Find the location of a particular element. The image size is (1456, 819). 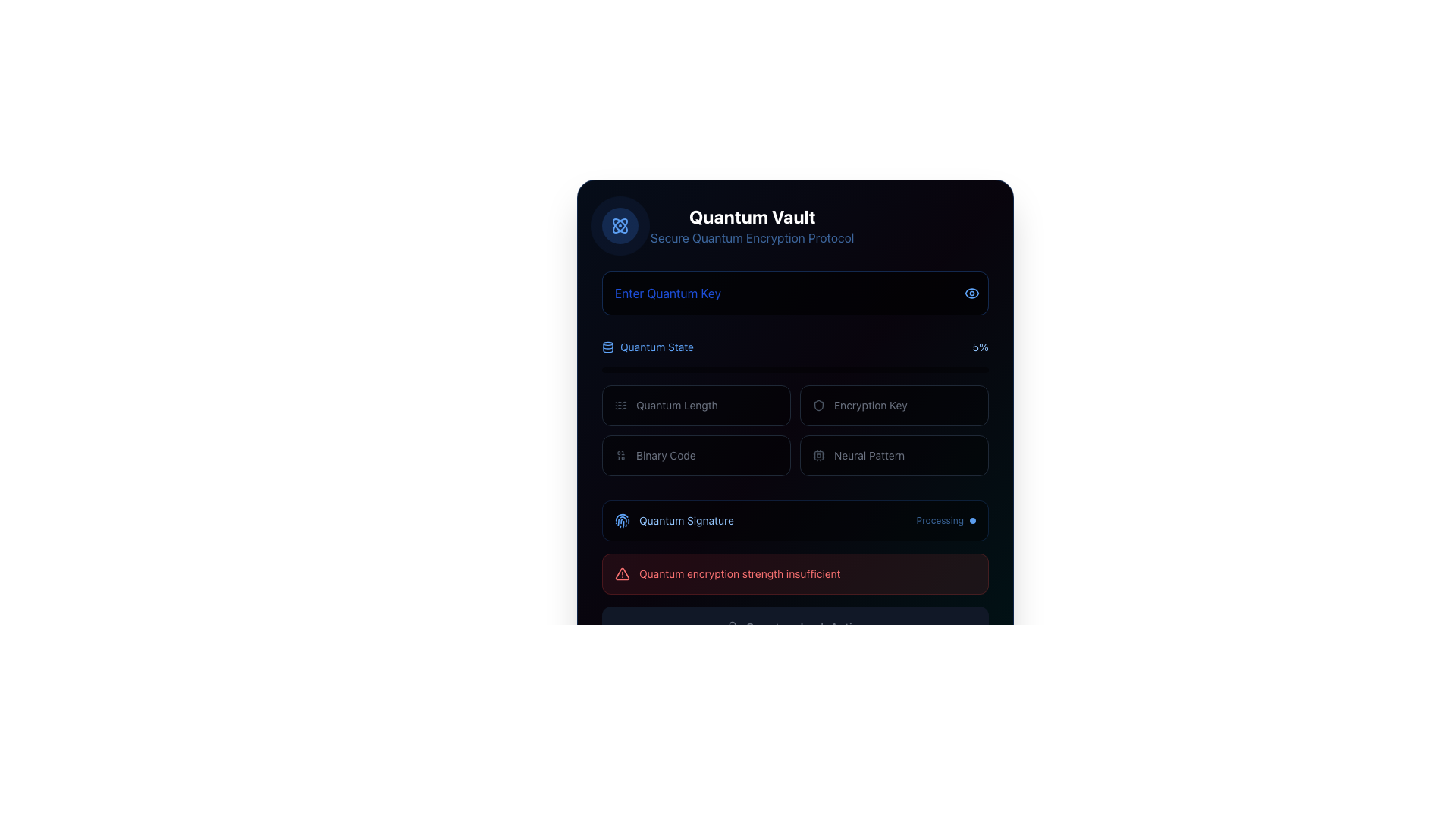

the SVG Shape element that is part of the Eye Icon, located adjacent to the input field labeled 'Enter Quantum Key' is located at coordinates (971, 293).